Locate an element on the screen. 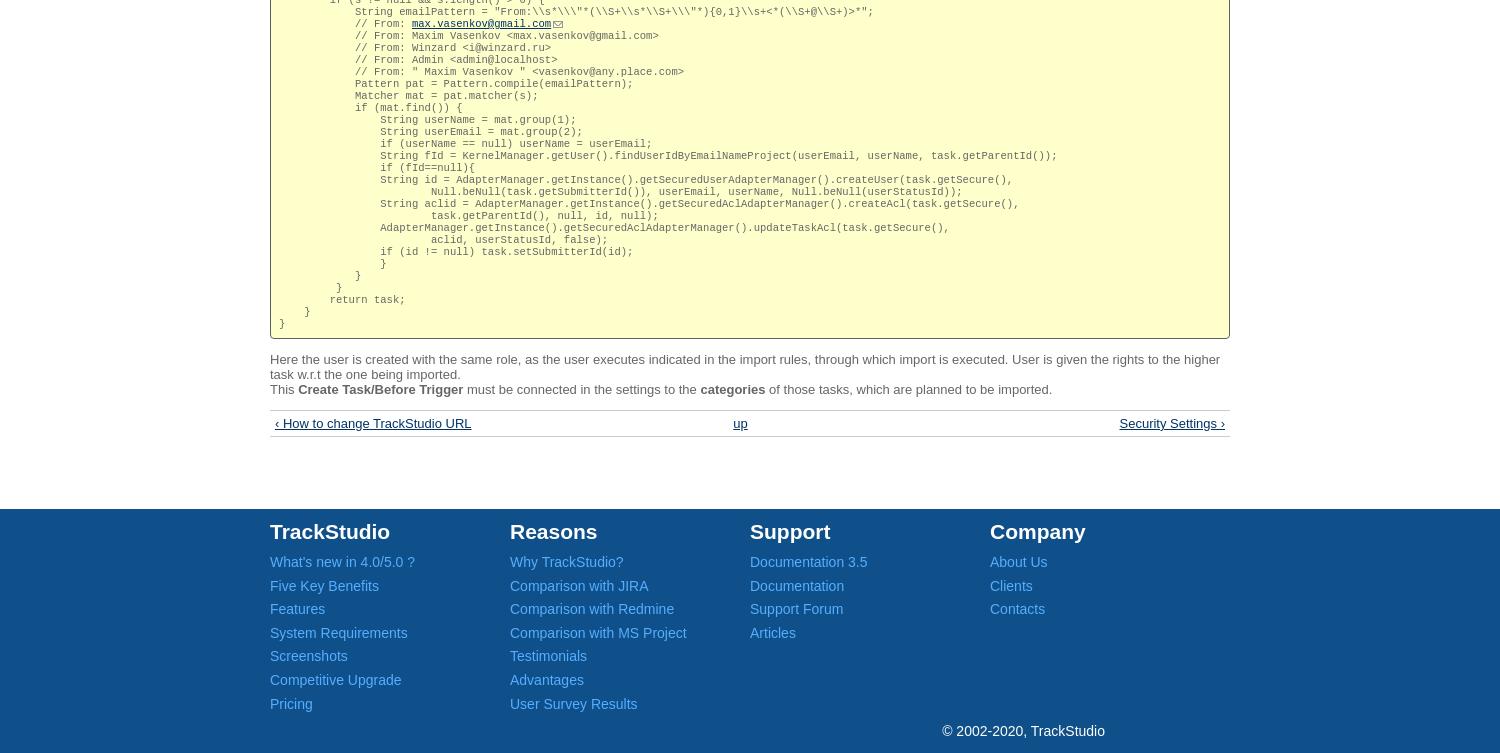 This screenshot has height=753, width=1500. 'Testimonials' is located at coordinates (548, 655).